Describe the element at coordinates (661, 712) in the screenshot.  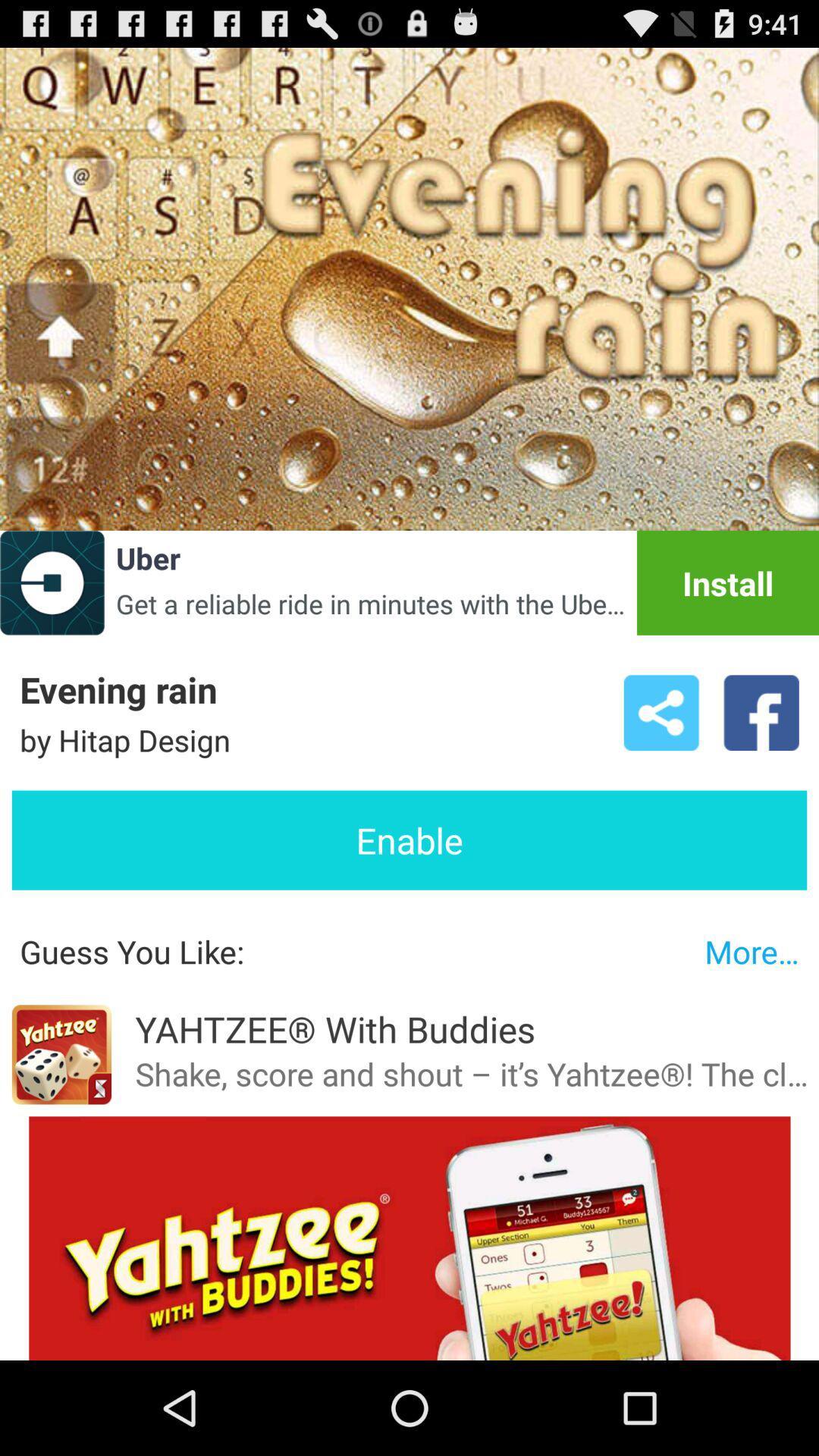
I see `icon above the enable button` at that location.